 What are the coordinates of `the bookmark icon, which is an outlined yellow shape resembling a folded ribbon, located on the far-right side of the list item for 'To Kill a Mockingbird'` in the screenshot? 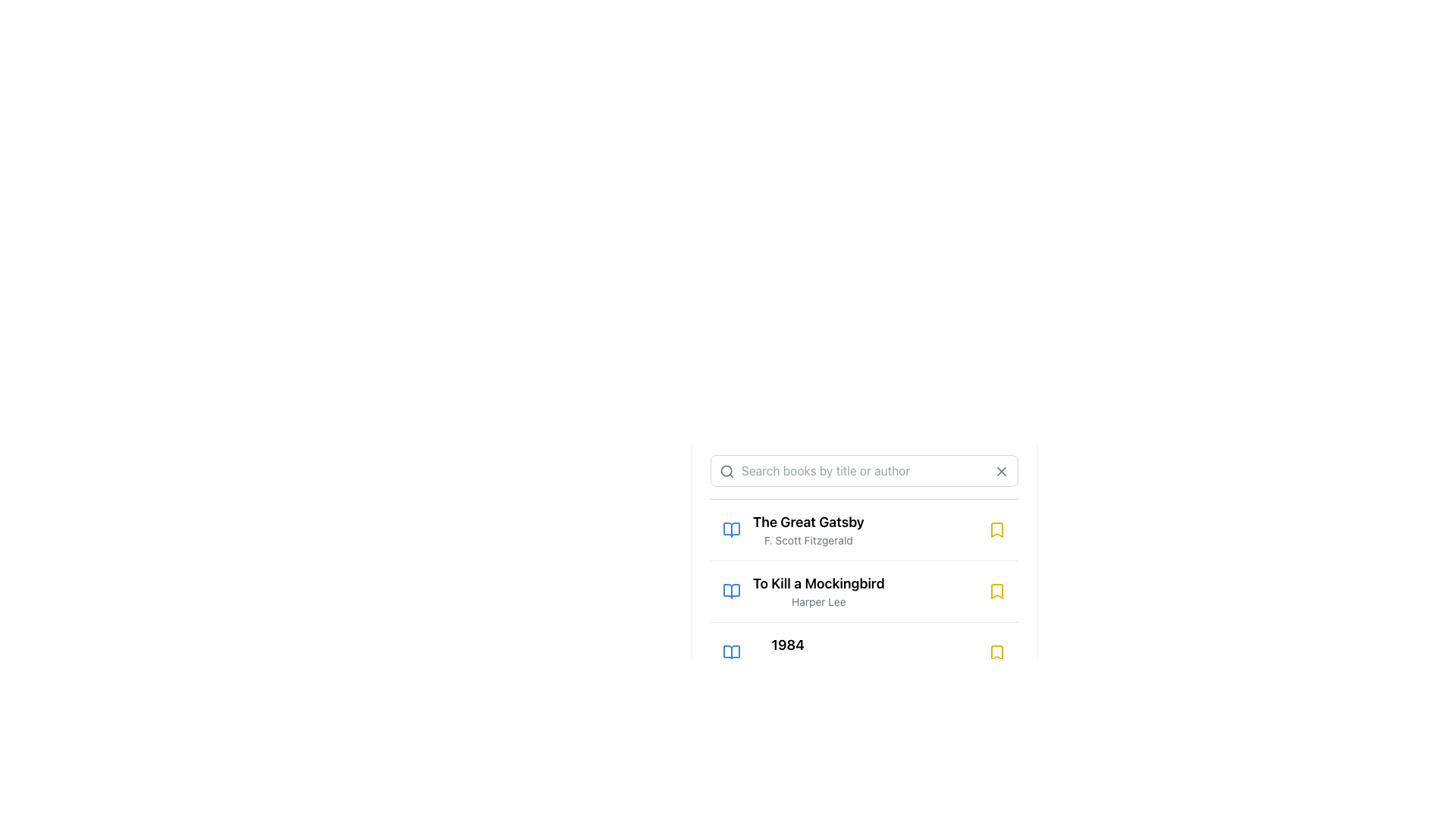 It's located at (997, 590).